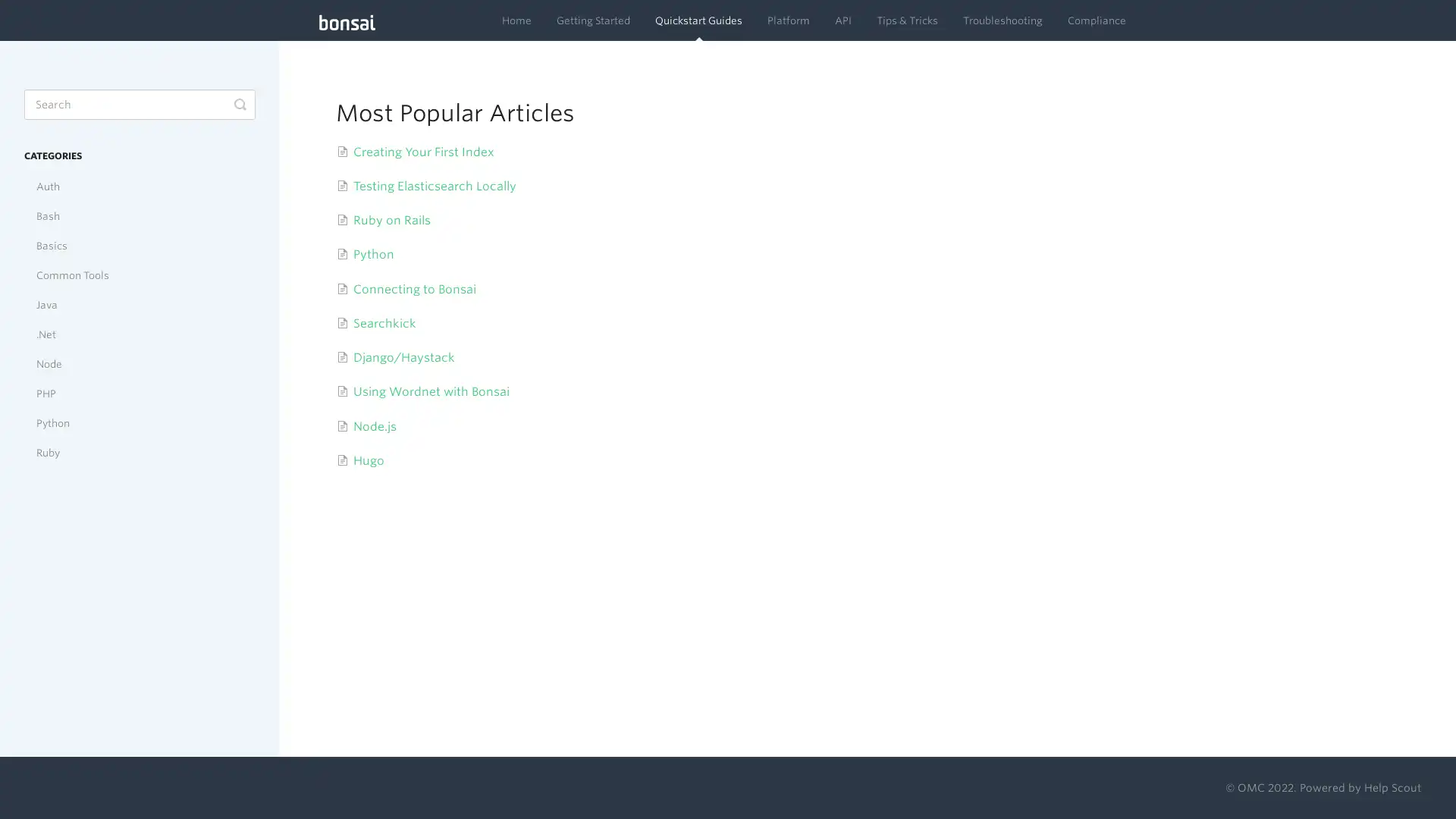 Image resolution: width=1456 pixels, height=819 pixels. What do you see at coordinates (239, 104) in the screenshot?
I see `Toggle Search` at bounding box center [239, 104].